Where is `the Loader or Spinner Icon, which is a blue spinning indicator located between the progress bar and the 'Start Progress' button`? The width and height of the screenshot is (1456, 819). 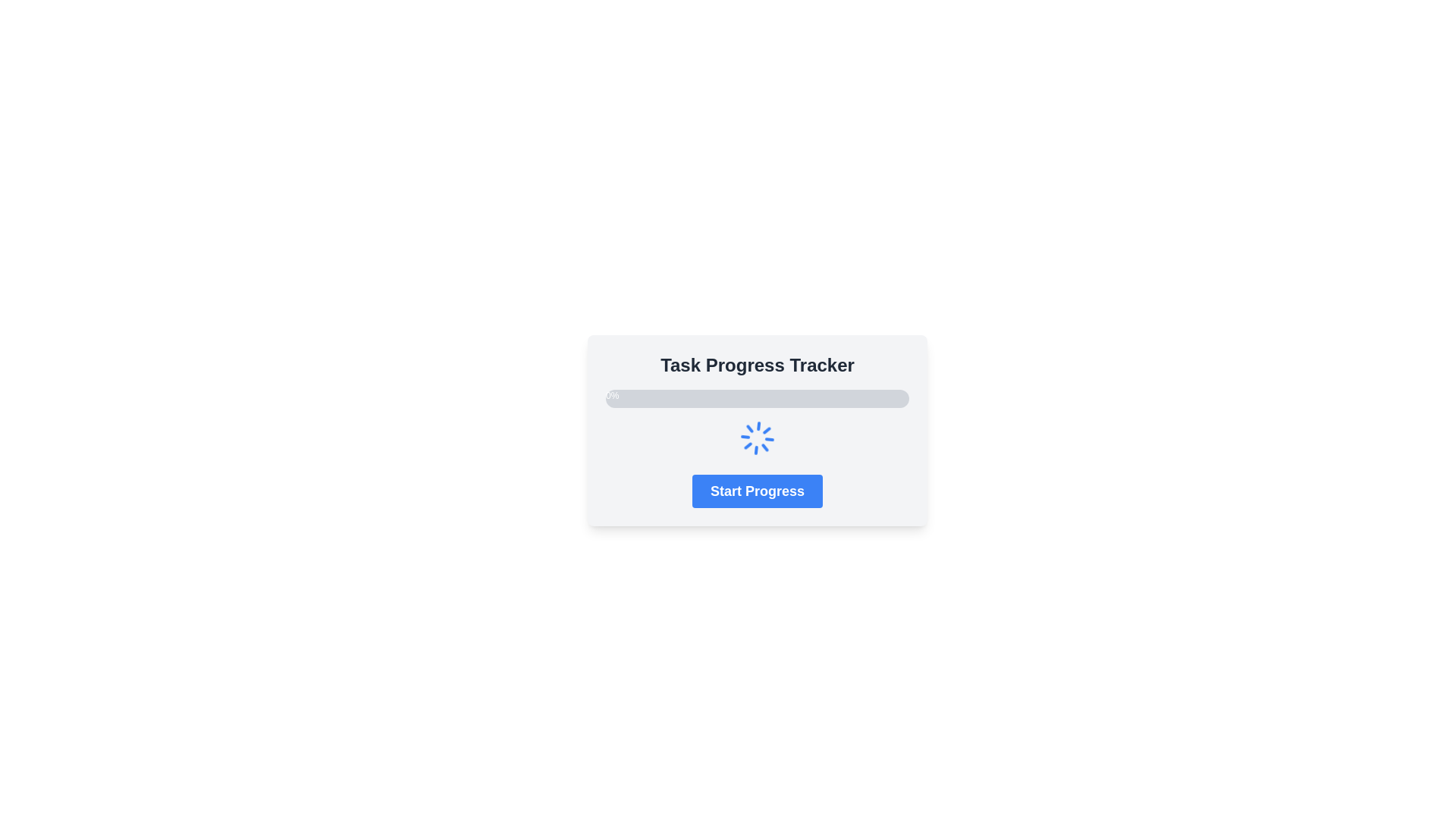
the Loader or Spinner Icon, which is a blue spinning indicator located between the progress bar and the 'Start Progress' button is located at coordinates (757, 438).